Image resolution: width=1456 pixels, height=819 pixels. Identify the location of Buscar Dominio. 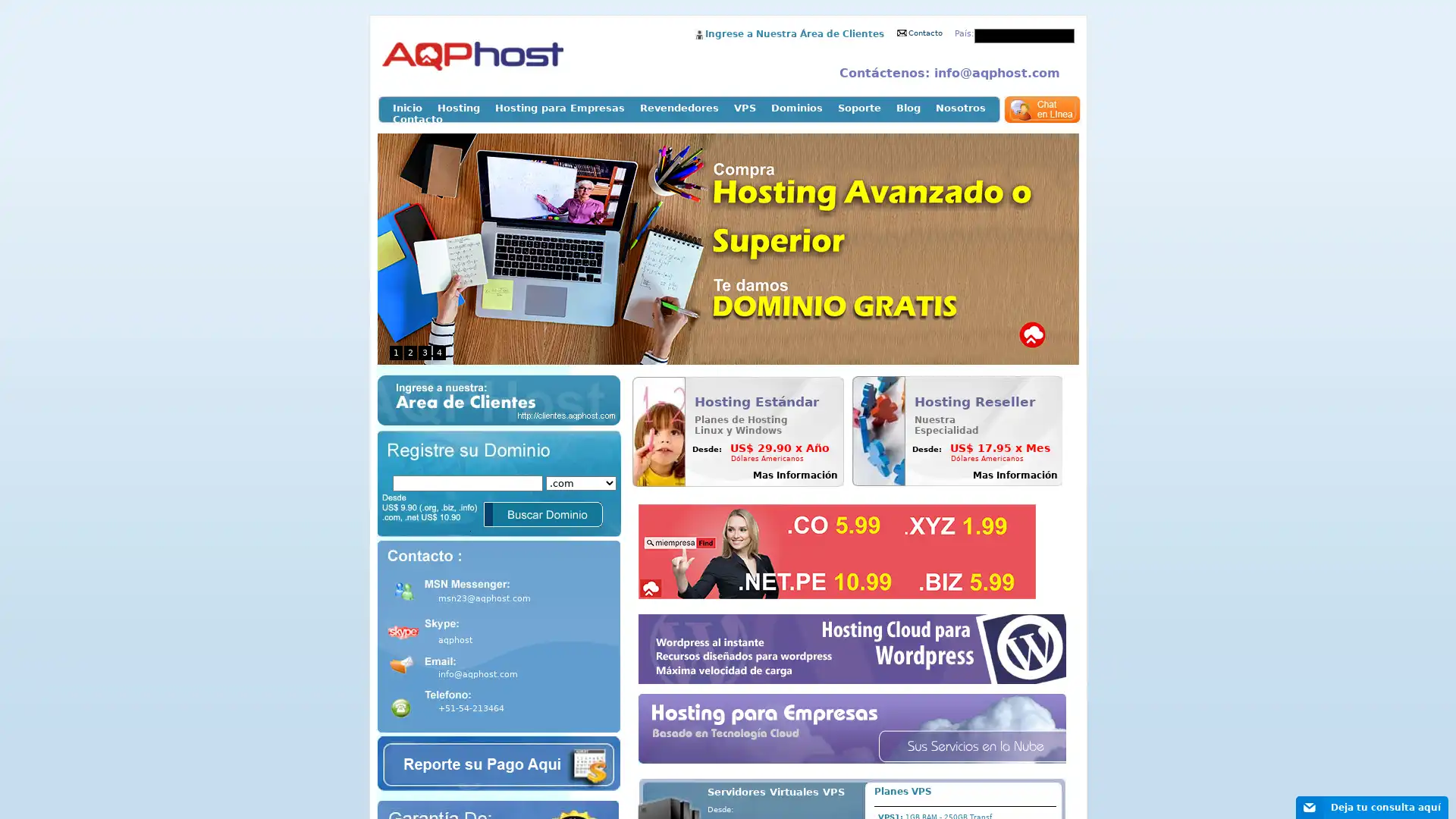
(542, 513).